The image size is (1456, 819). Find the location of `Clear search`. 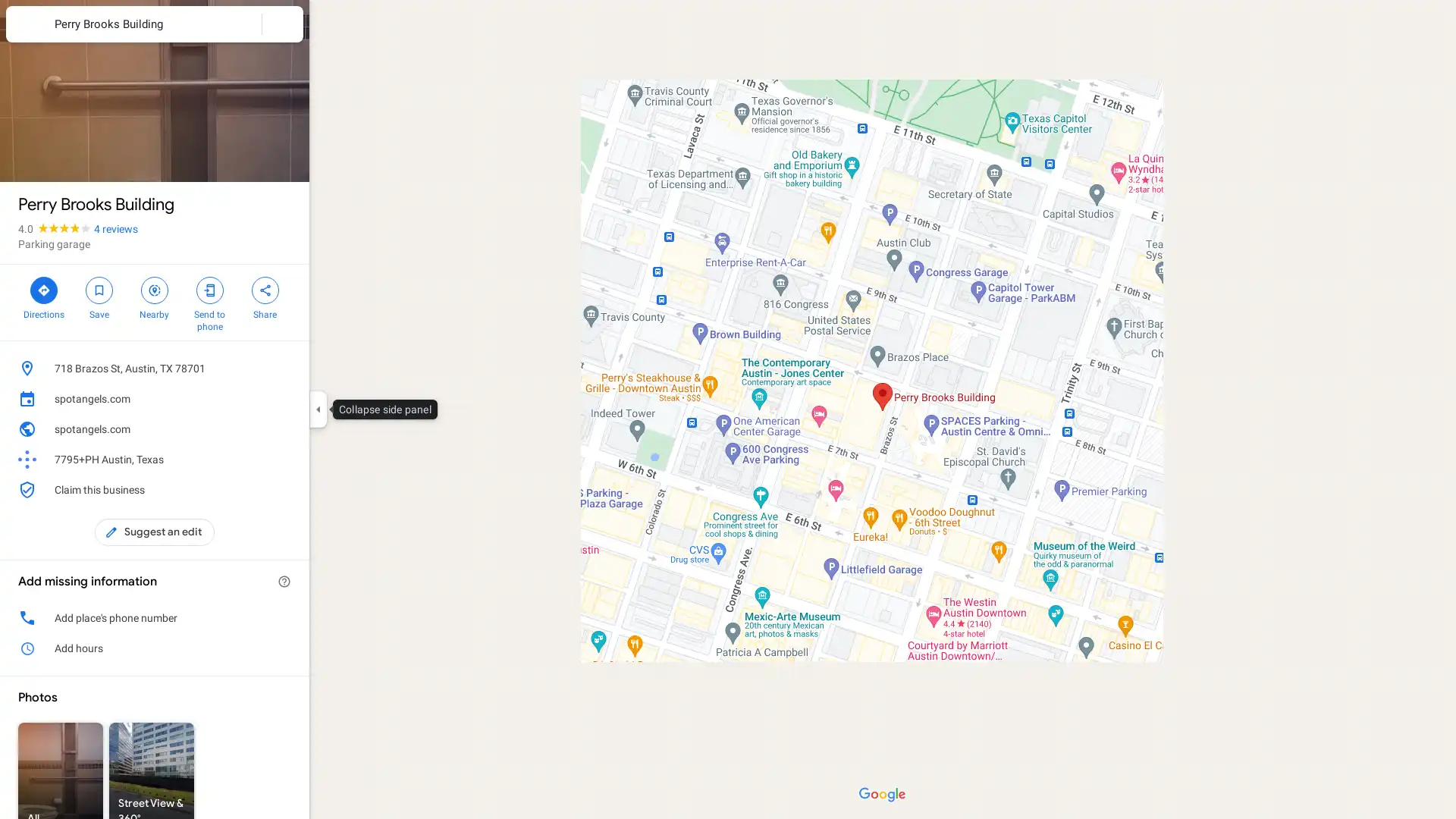

Clear search is located at coordinates (283, 24).